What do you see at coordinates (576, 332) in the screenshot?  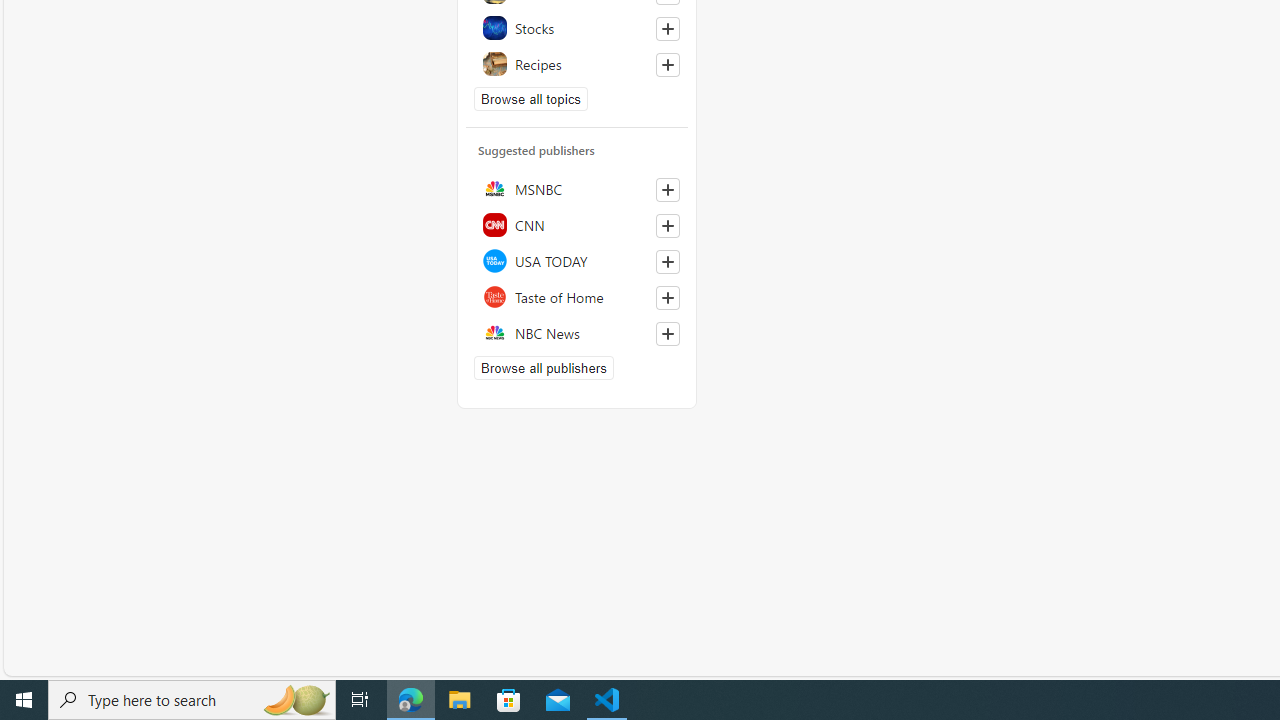 I see `'NBC News'` at bounding box center [576, 332].